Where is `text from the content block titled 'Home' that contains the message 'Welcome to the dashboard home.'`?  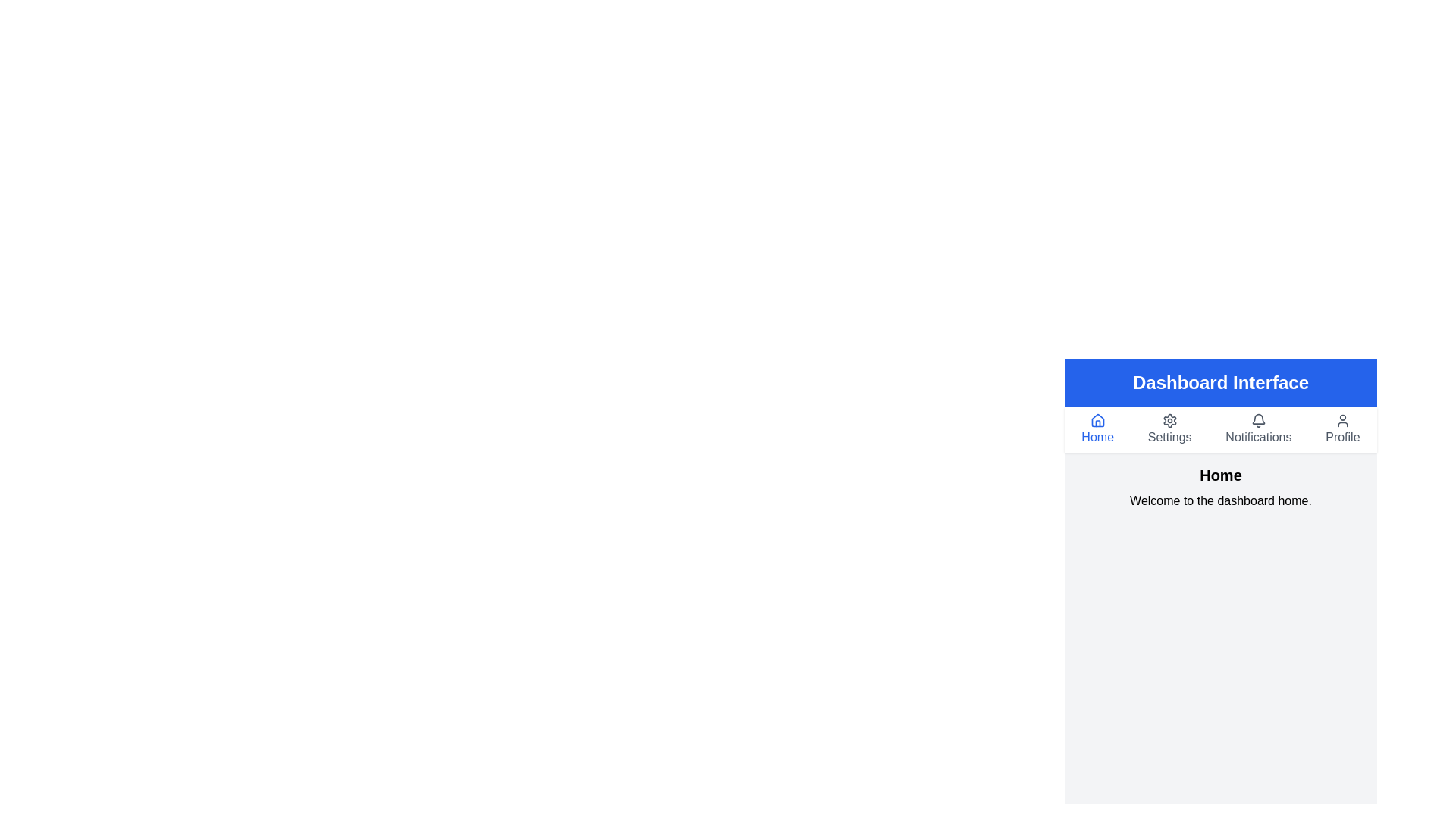
text from the content block titled 'Home' that contains the message 'Welcome to the dashboard home.' is located at coordinates (1220, 488).